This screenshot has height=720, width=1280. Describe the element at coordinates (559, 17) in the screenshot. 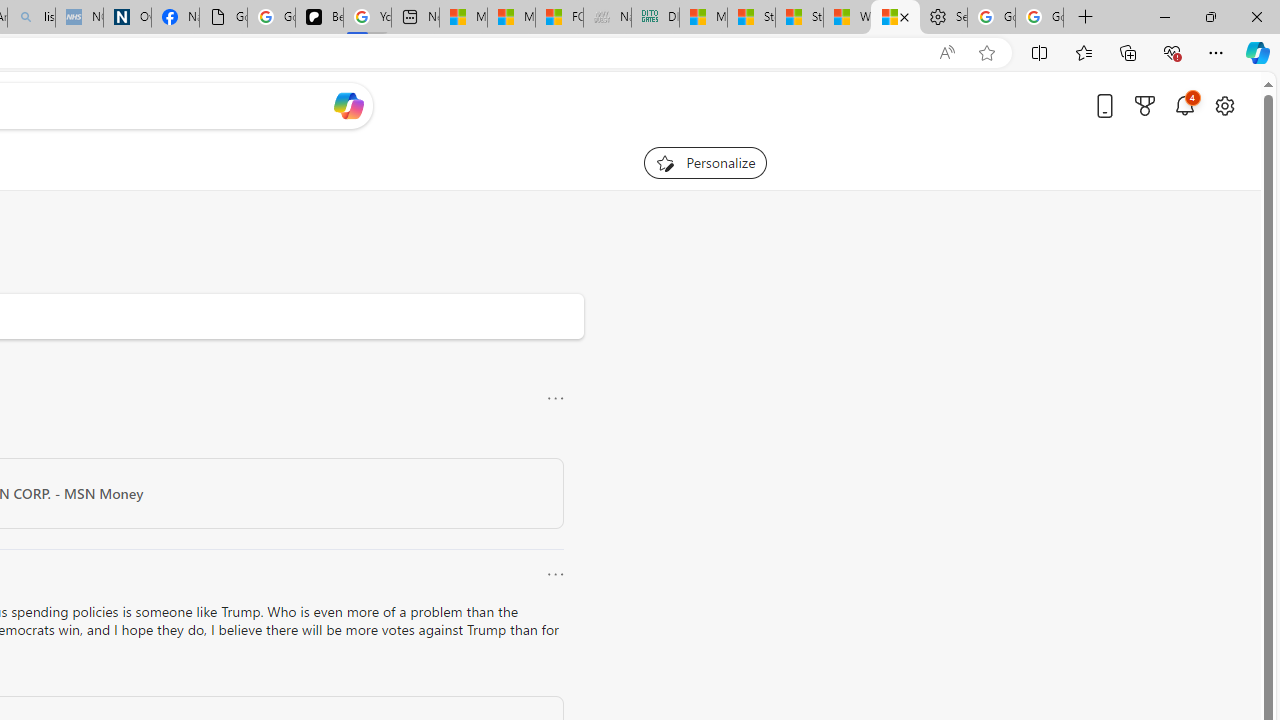

I see `'FOX News - MSN'` at that location.